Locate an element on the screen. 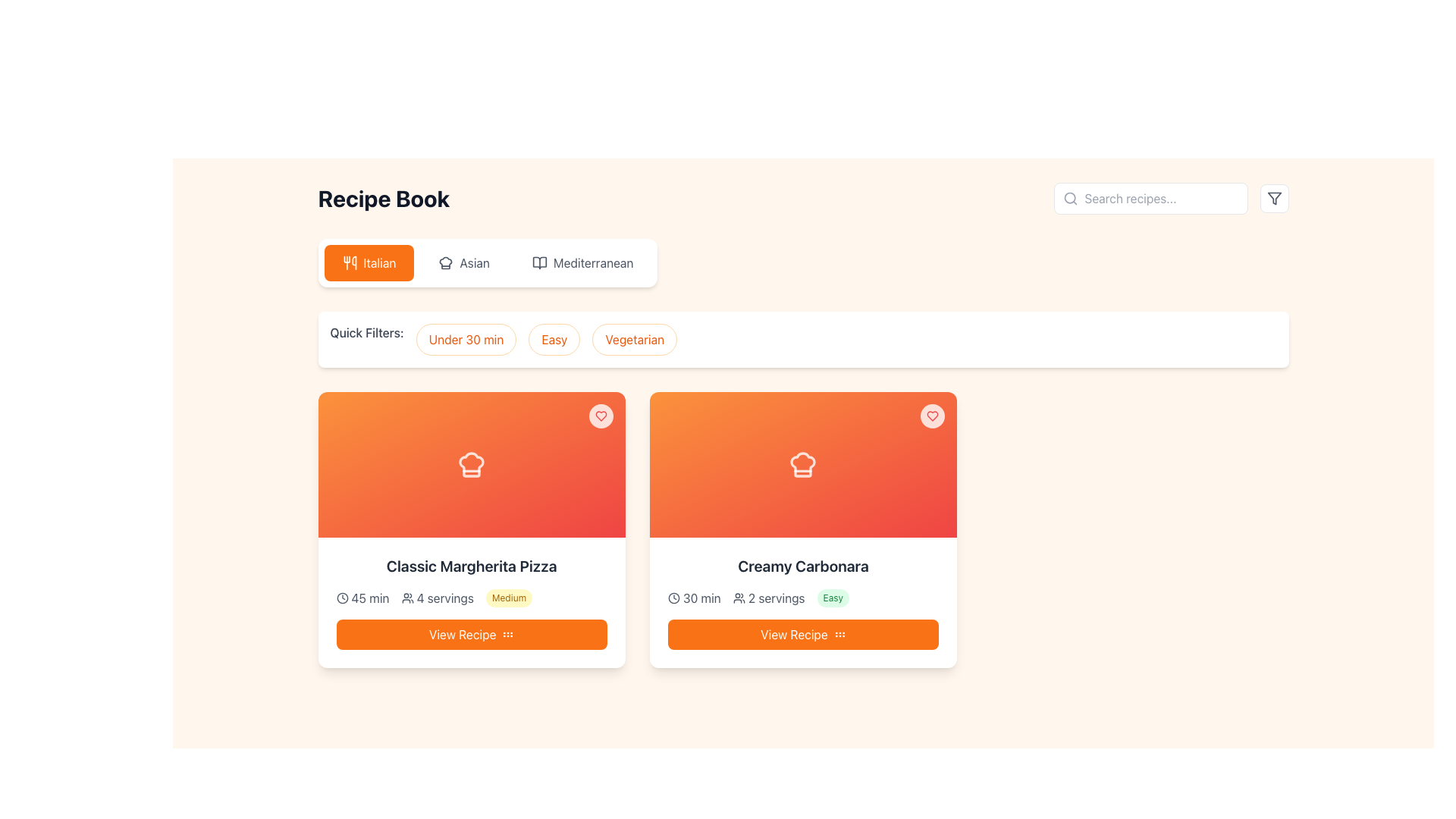 The width and height of the screenshot is (1456, 819). the text element displaying '2 servings', located below the title 'Creamy Carbonara' and to the right of the serving icon is located at coordinates (777, 598).